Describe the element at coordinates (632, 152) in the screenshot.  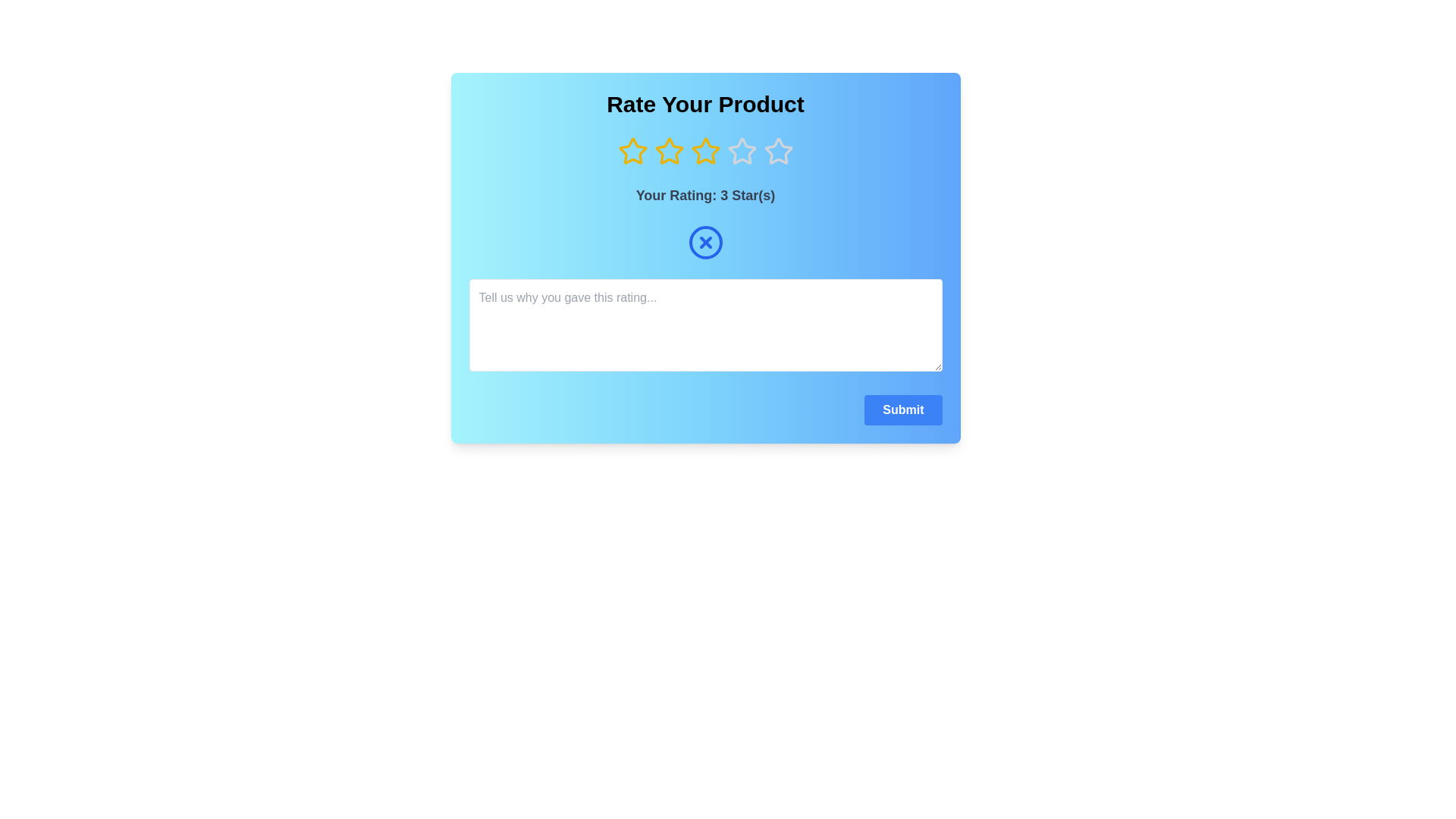
I see `the star corresponding to 1 stars to preview the rating` at that location.